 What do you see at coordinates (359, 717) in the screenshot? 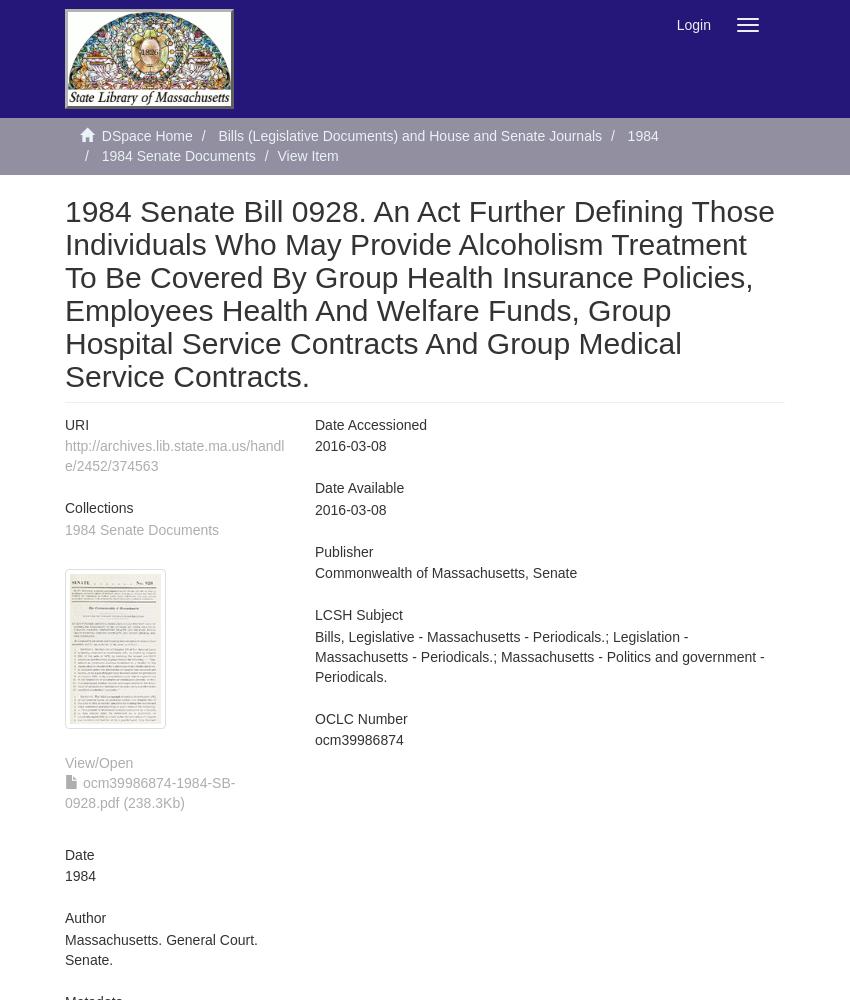
I see `'OCLC Number'` at bounding box center [359, 717].